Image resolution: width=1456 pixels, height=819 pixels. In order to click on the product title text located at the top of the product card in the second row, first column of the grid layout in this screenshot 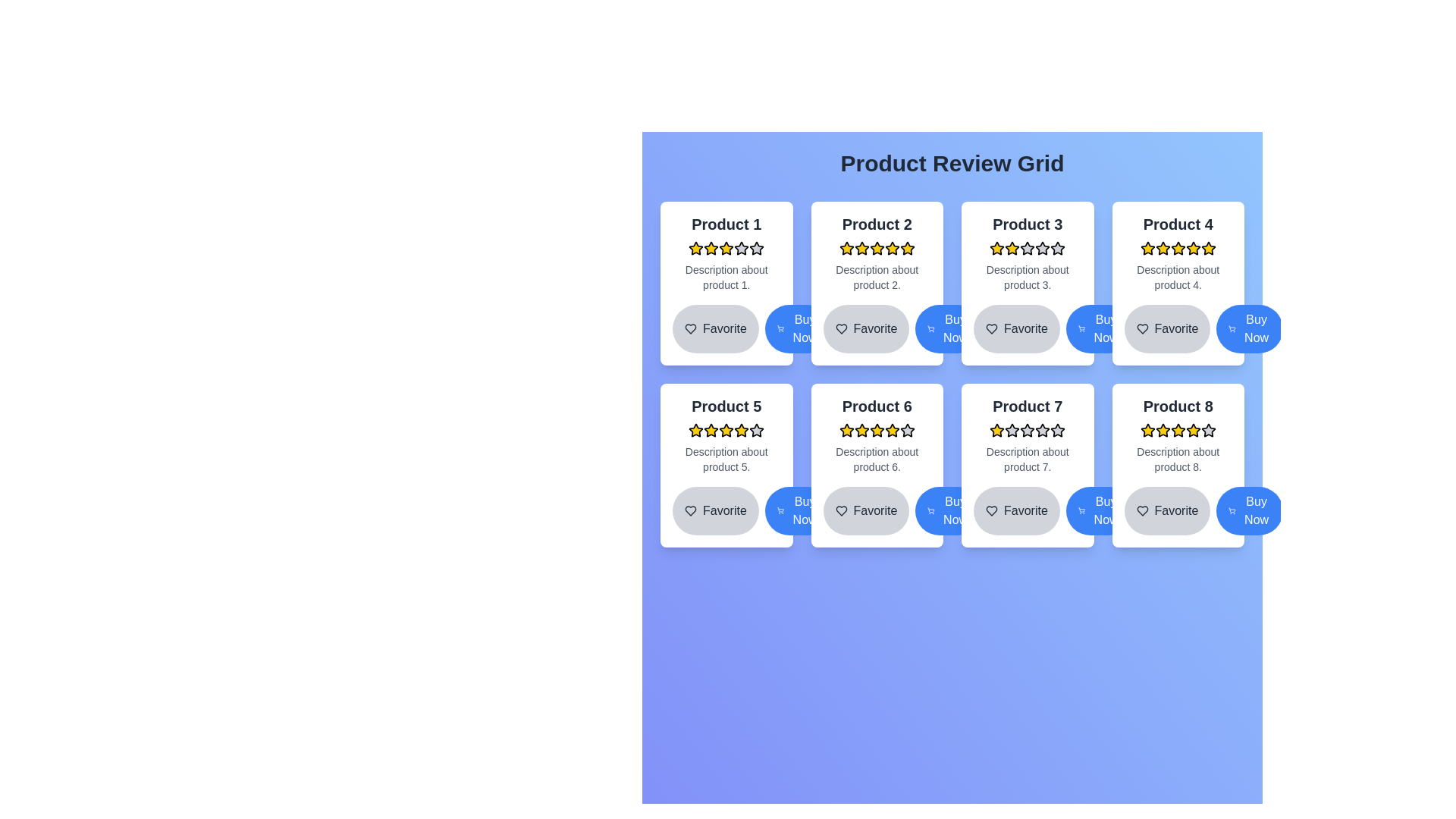, I will do `click(726, 406)`.